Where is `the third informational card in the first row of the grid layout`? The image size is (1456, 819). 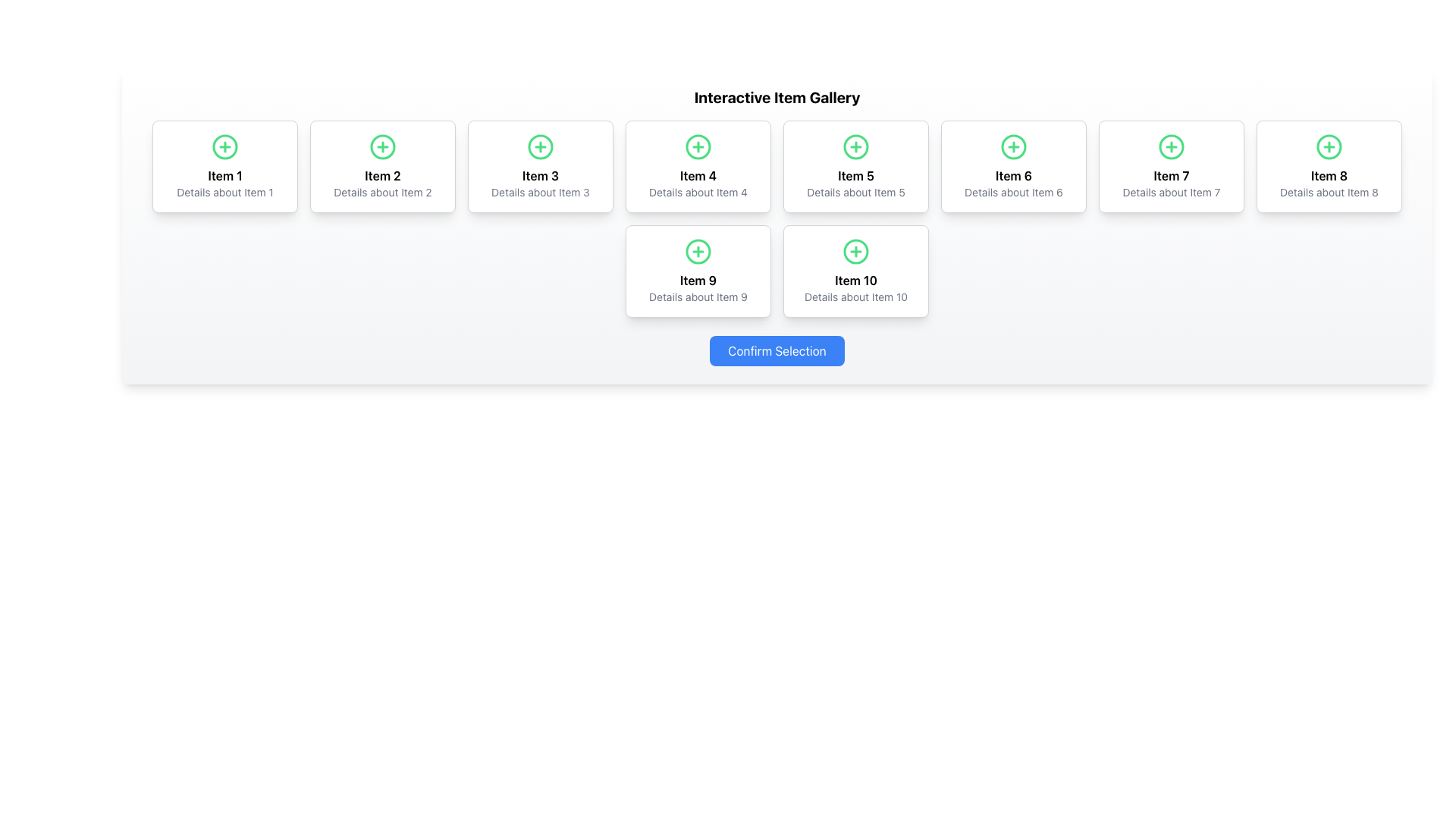 the third informational card in the first row of the grid layout is located at coordinates (541, 166).